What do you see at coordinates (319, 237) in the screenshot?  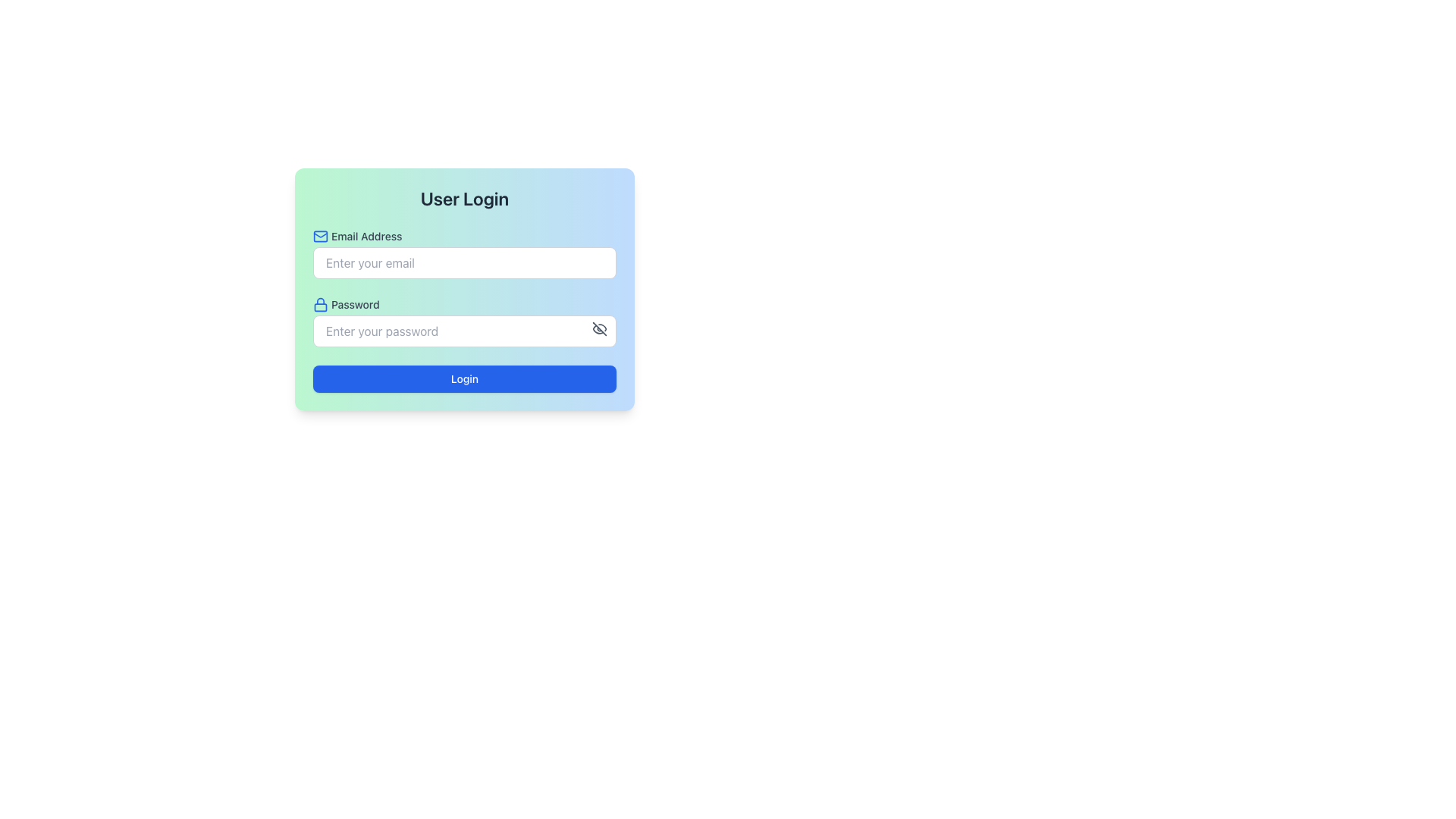 I see `the SVG rectangle element that is part of the envelope icon located to the left of the 'Email Address' input field in the login form` at bounding box center [319, 237].